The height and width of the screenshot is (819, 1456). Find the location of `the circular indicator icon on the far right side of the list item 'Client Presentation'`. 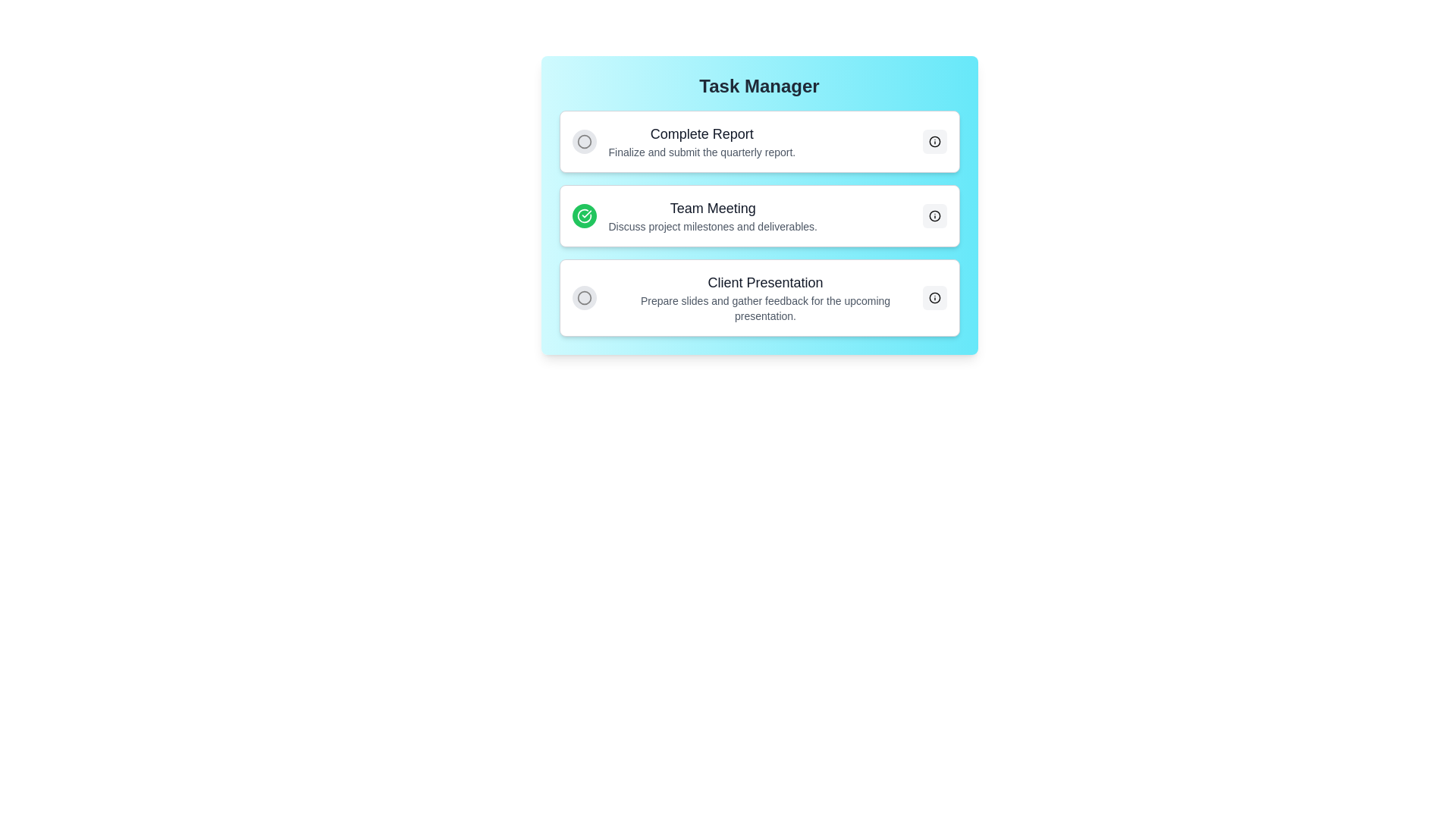

the circular indicator icon on the far right side of the list item 'Client Presentation' is located at coordinates (934, 298).